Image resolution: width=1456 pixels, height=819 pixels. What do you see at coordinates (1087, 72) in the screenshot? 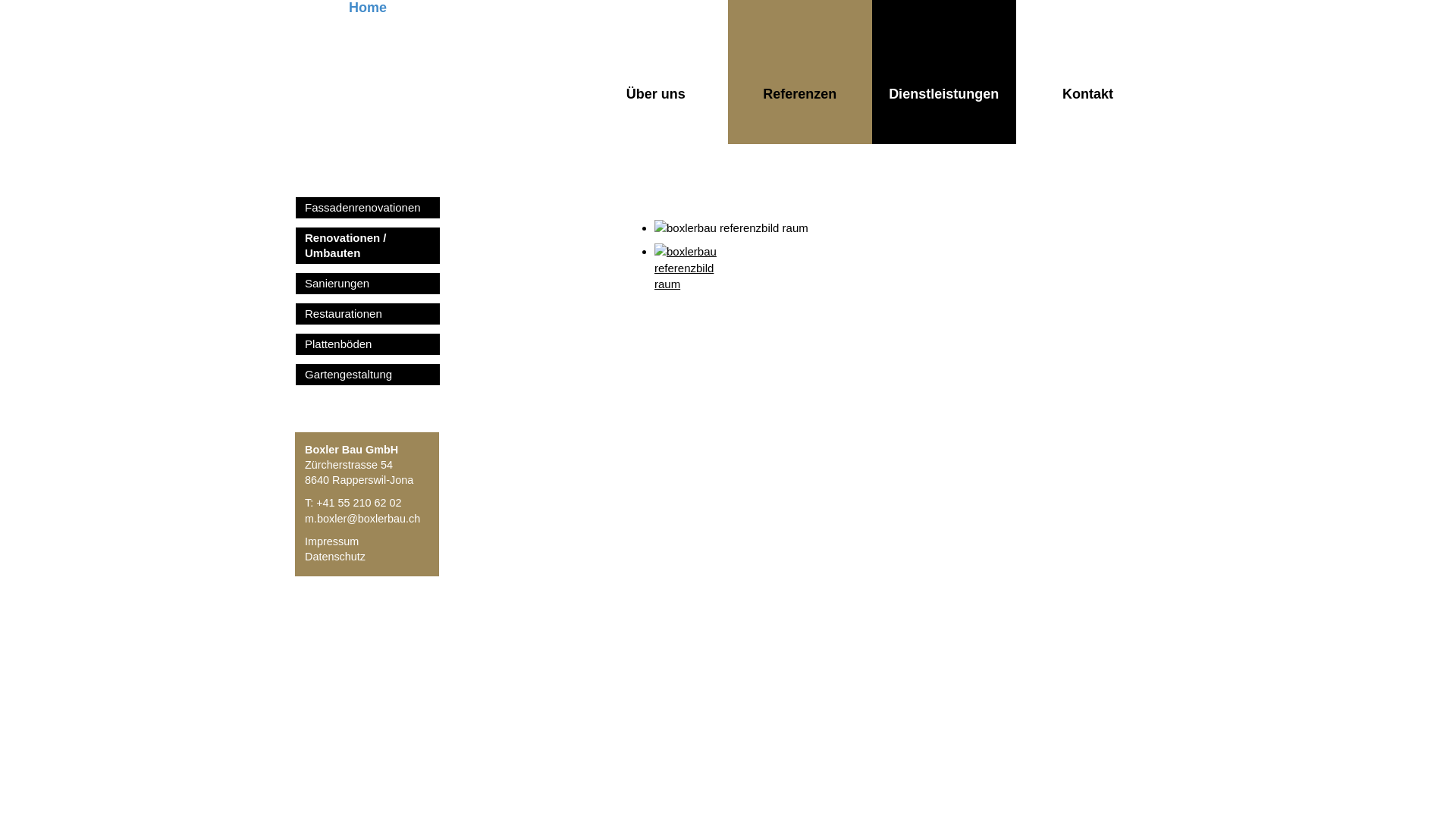
I see `'Kontakt'` at bounding box center [1087, 72].